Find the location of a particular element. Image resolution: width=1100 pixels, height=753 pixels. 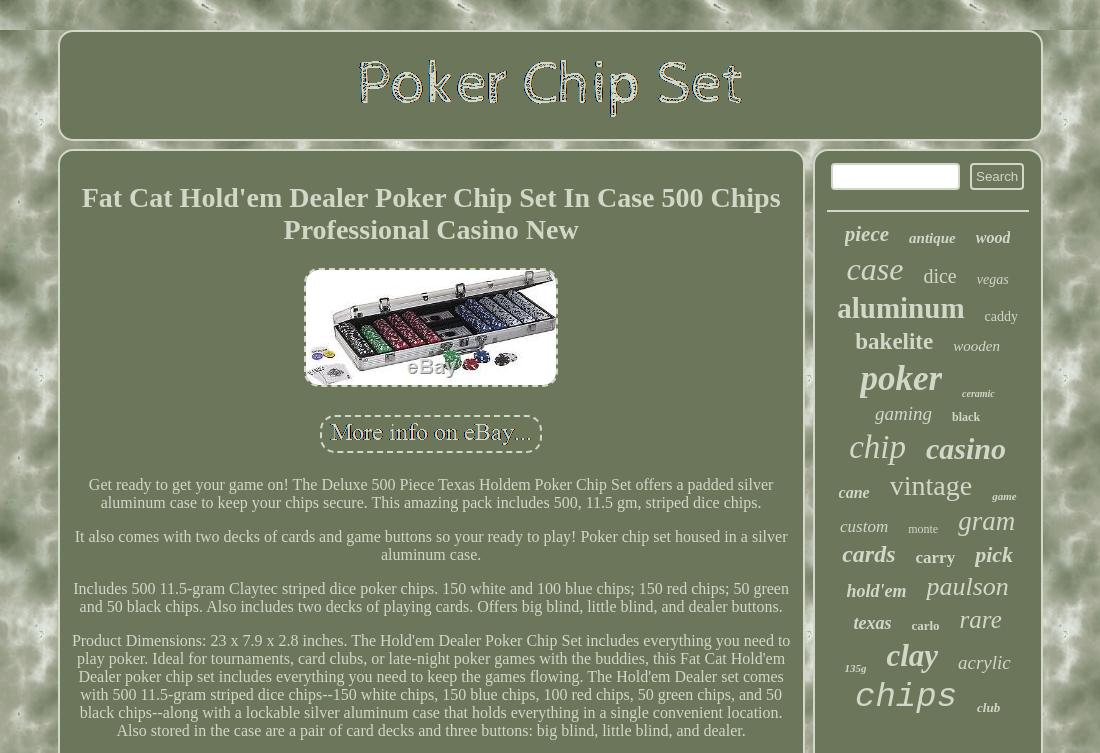

'game' is located at coordinates (1002, 495).